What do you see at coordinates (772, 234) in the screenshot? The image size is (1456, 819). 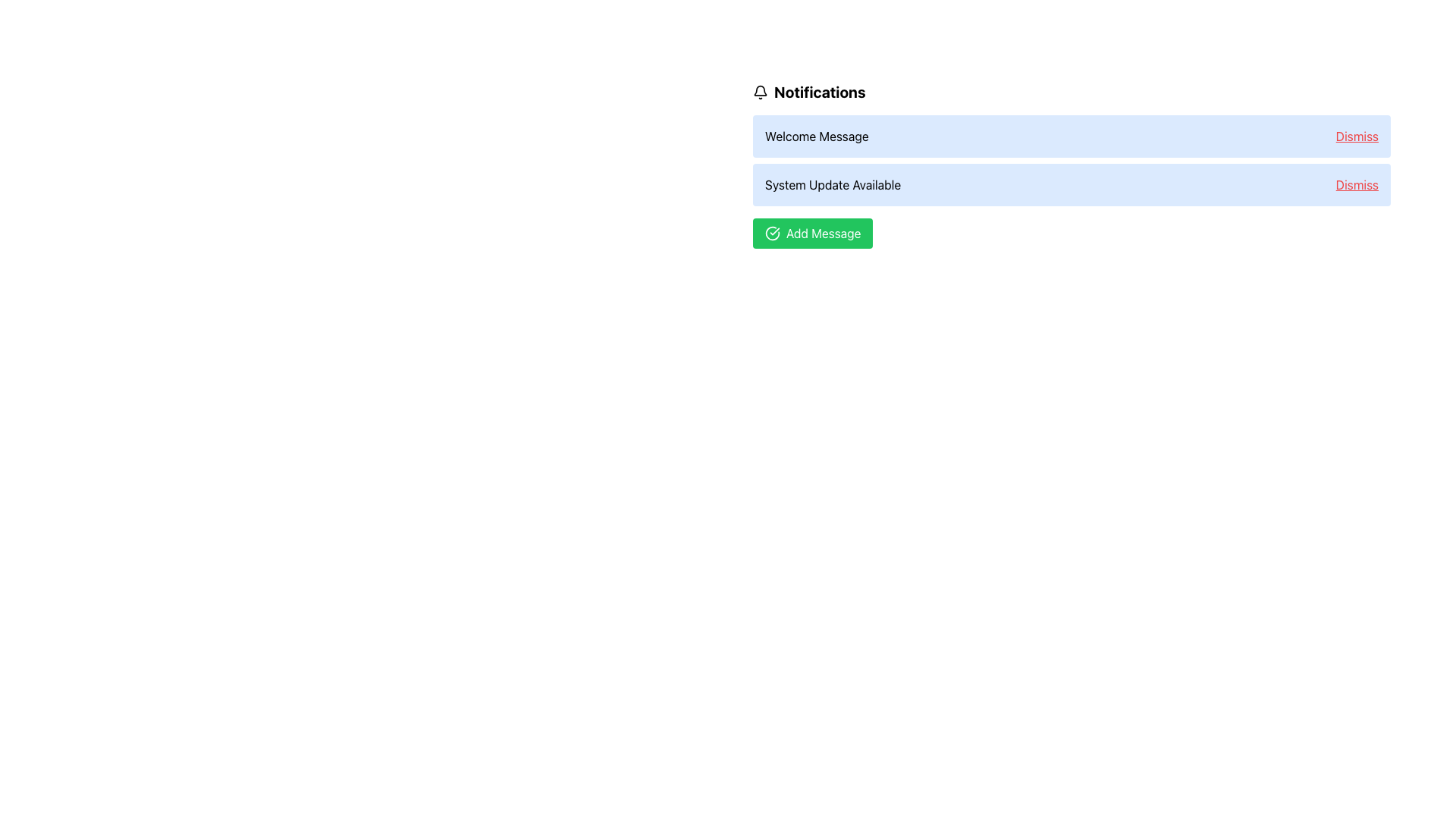 I see `the affirmative icon located to the left of the 'Add Message' label text, which is part of a green button below the main notification list` at bounding box center [772, 234].